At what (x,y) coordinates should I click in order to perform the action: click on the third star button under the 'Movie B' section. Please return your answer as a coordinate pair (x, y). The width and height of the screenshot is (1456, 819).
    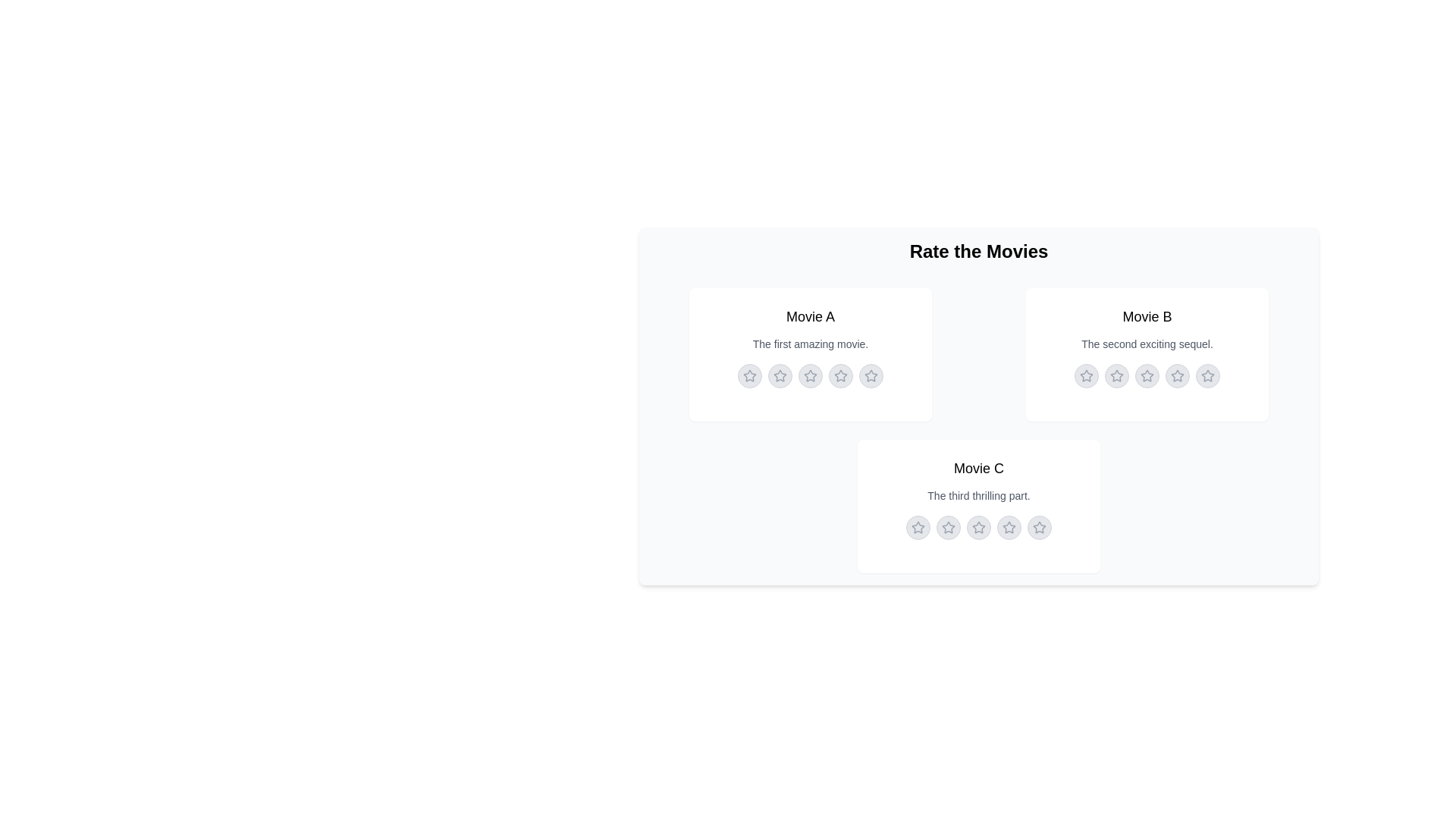
    Looking at the image, I should click on (1147, 375).